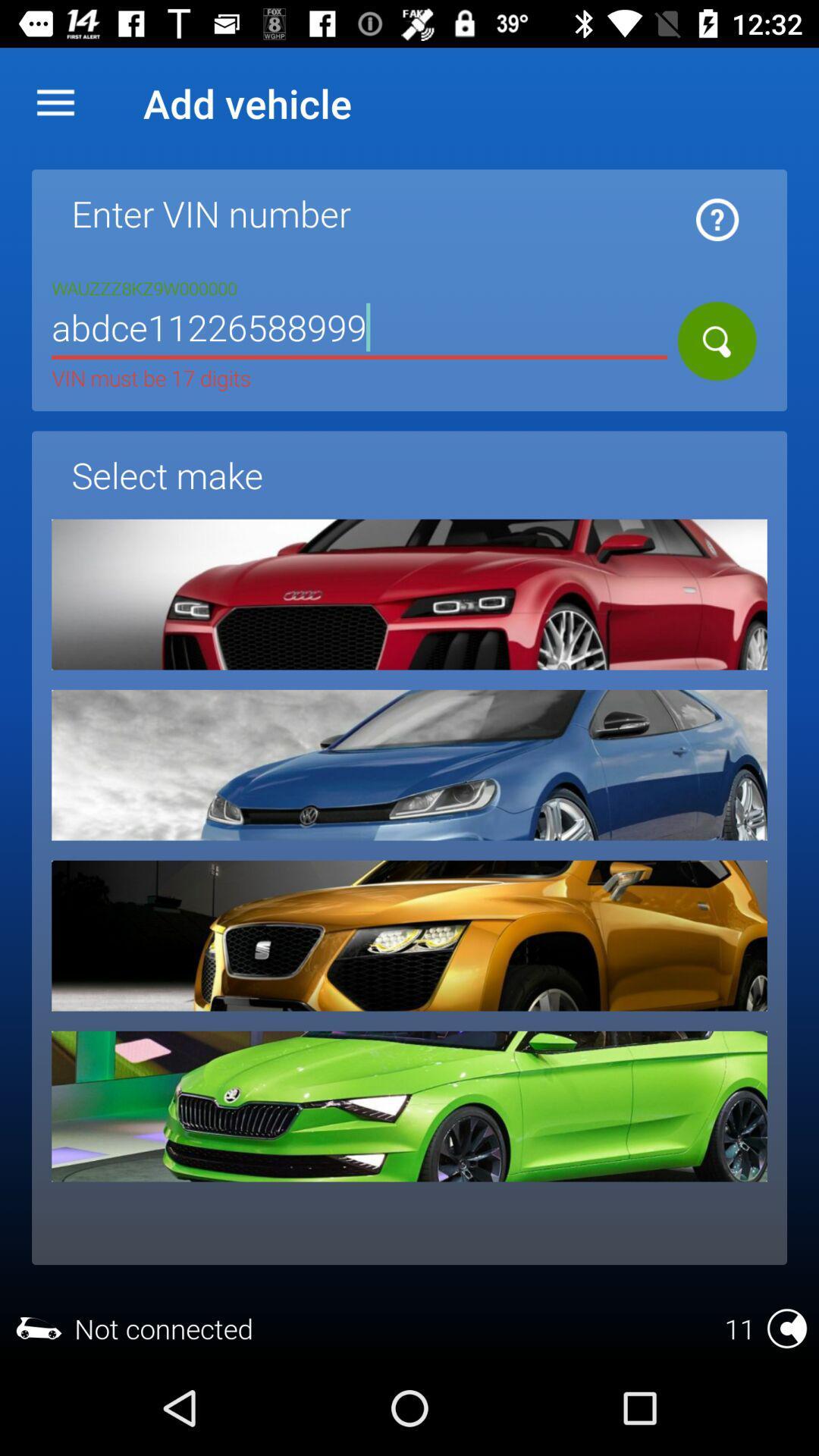 The width and height of the screenshot is (819, 1456). What do you see at coordinates (359, 329) in the screenshot?
I see `icon above select make item` at bounding box center [359, 329].